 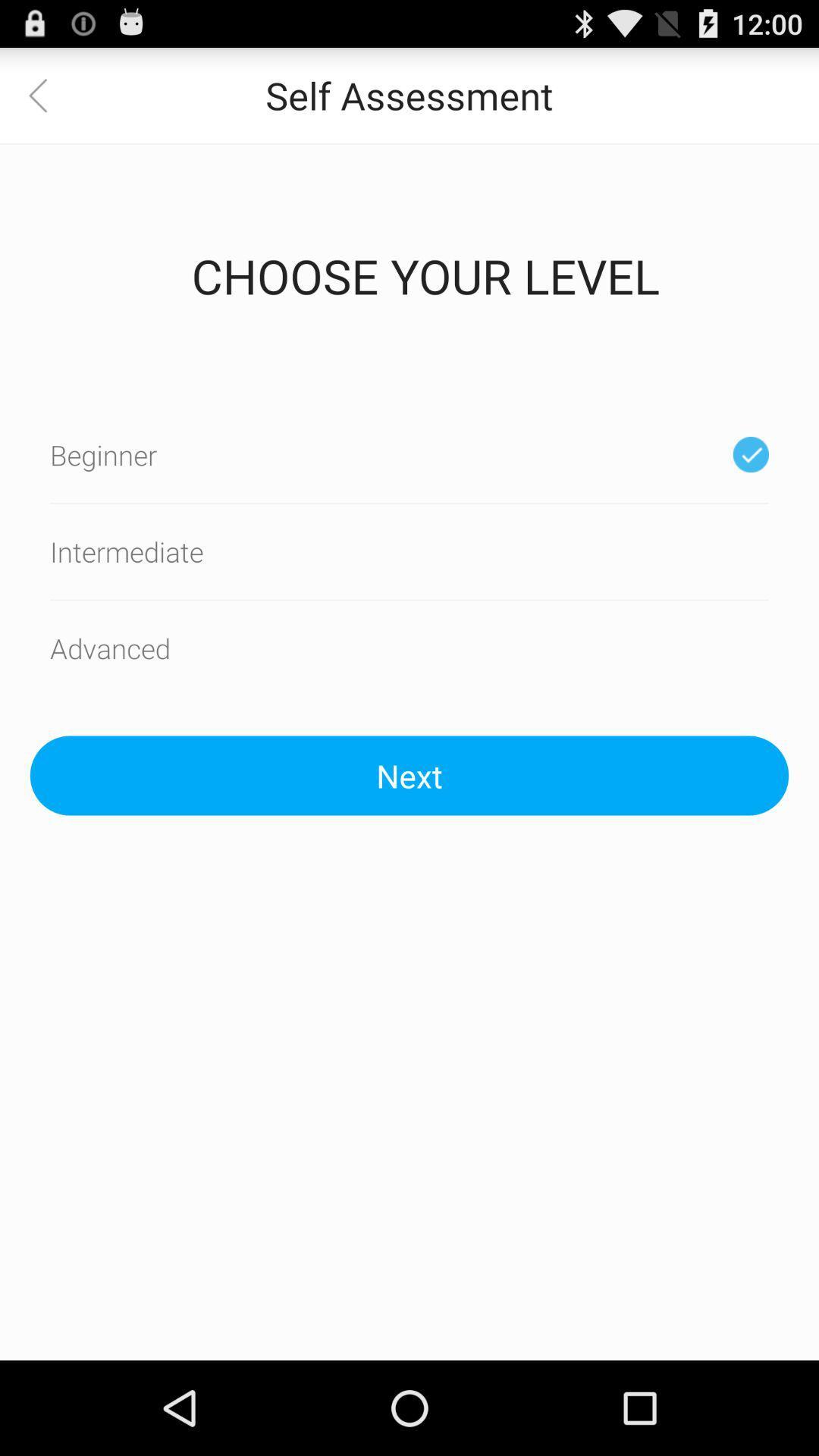 What do you see at coordinates (409, 775) in the screenshot?
I see `the next` at bounding box center [409, 775].